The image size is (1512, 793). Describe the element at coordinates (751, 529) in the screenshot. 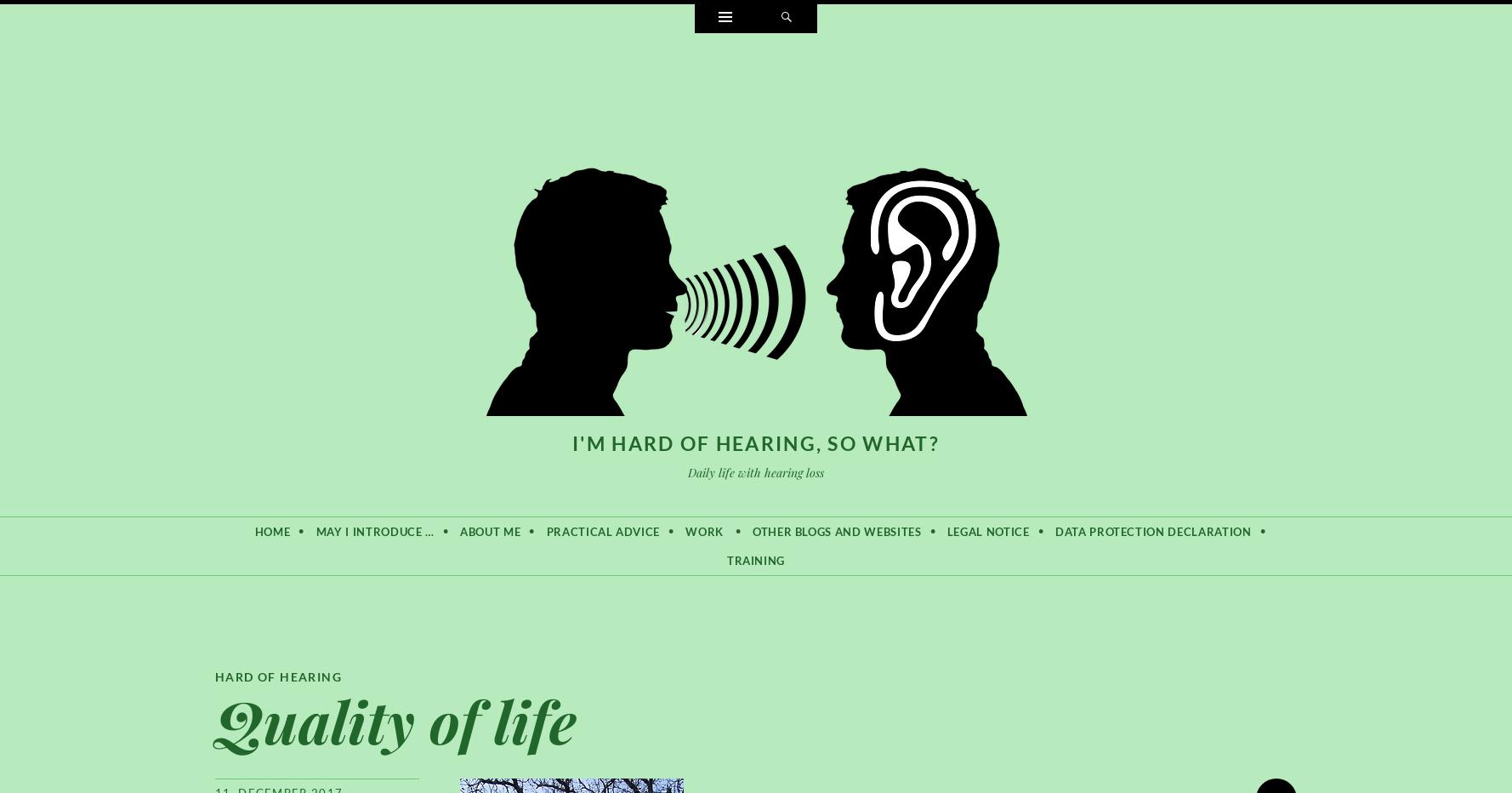

I see `'Other Blogs and websites'` at that location.